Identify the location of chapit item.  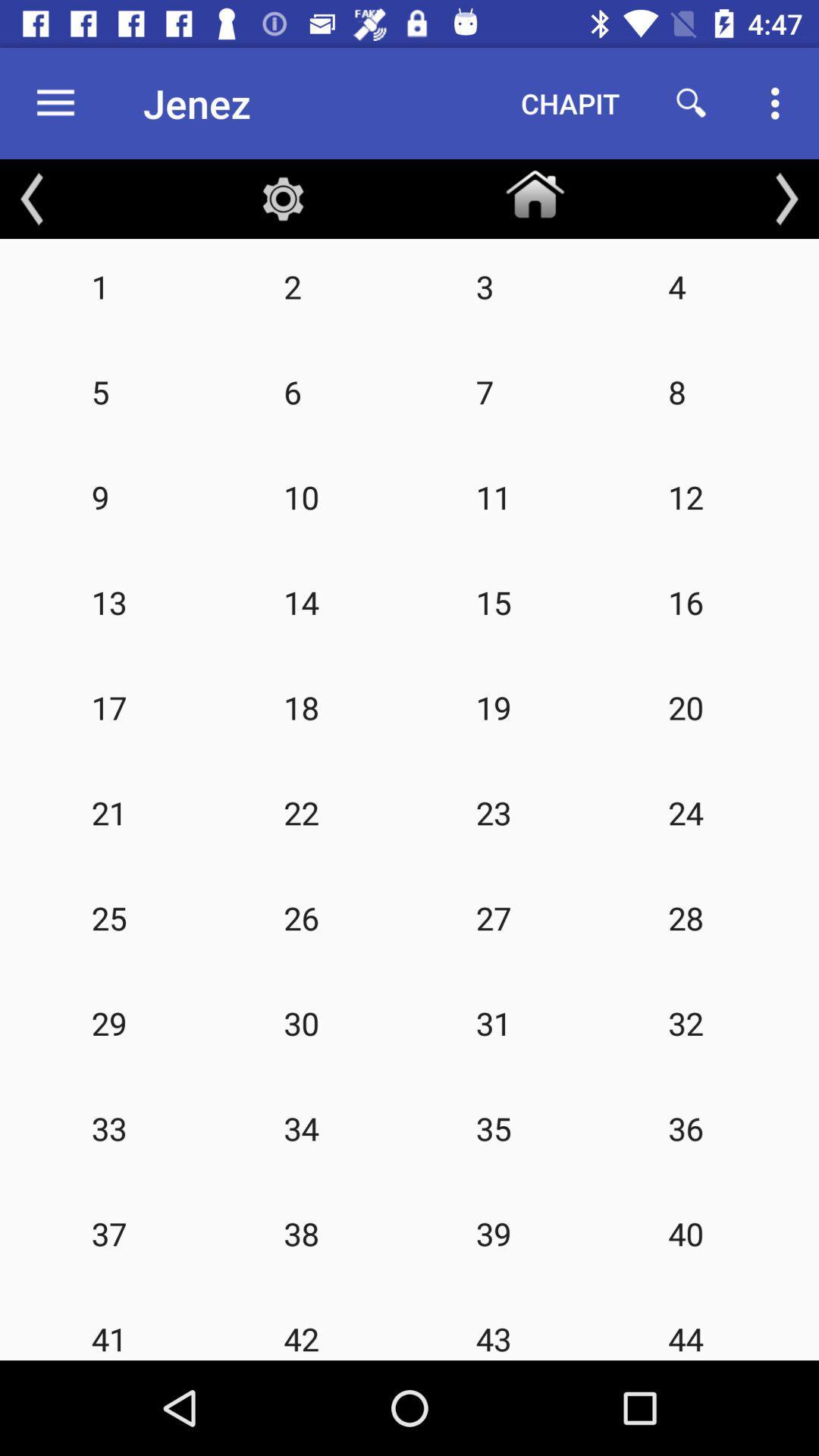
(570, 102).